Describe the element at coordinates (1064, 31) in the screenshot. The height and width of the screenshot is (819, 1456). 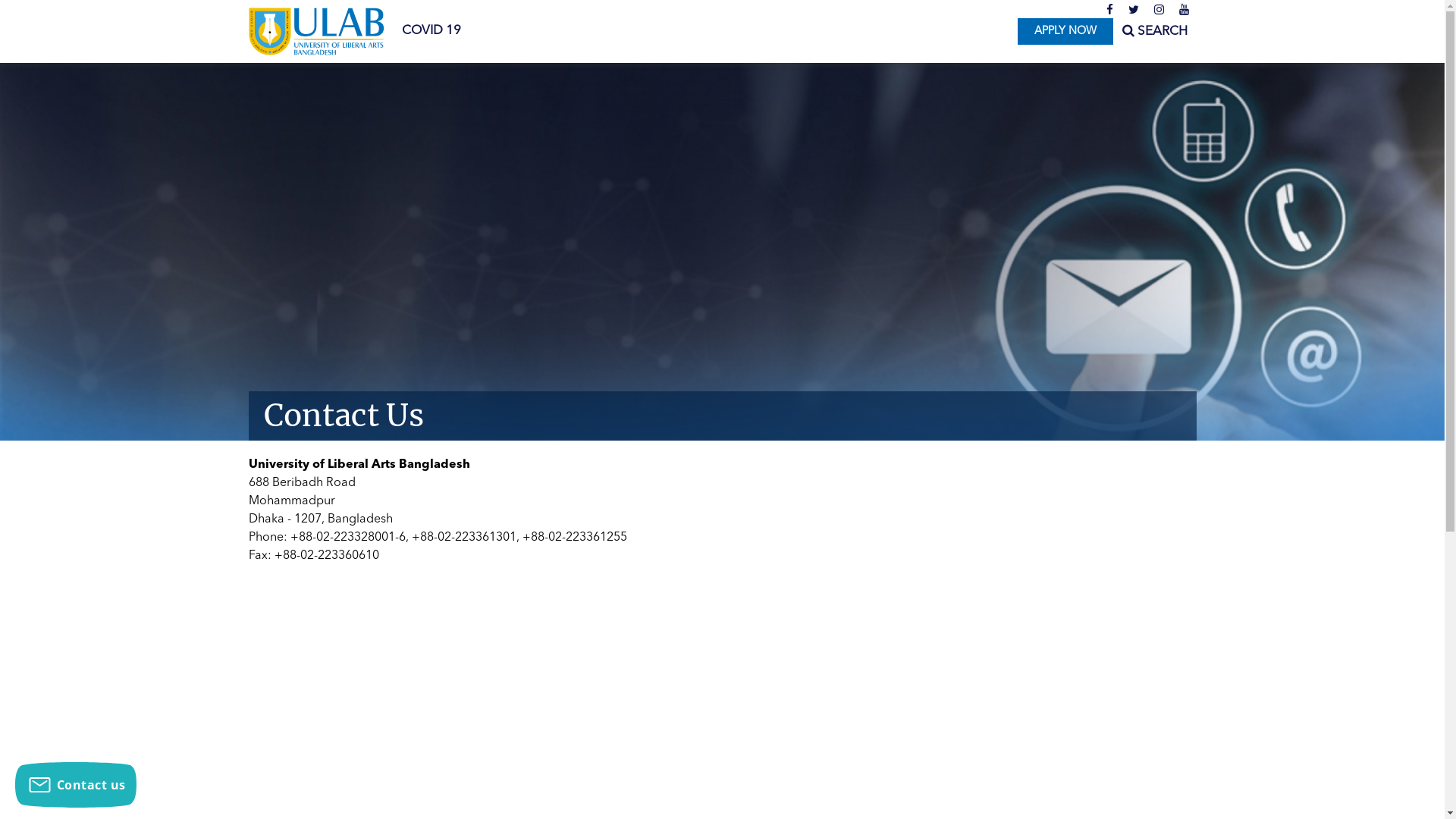
I see `'APPLY NOW'` at that location.